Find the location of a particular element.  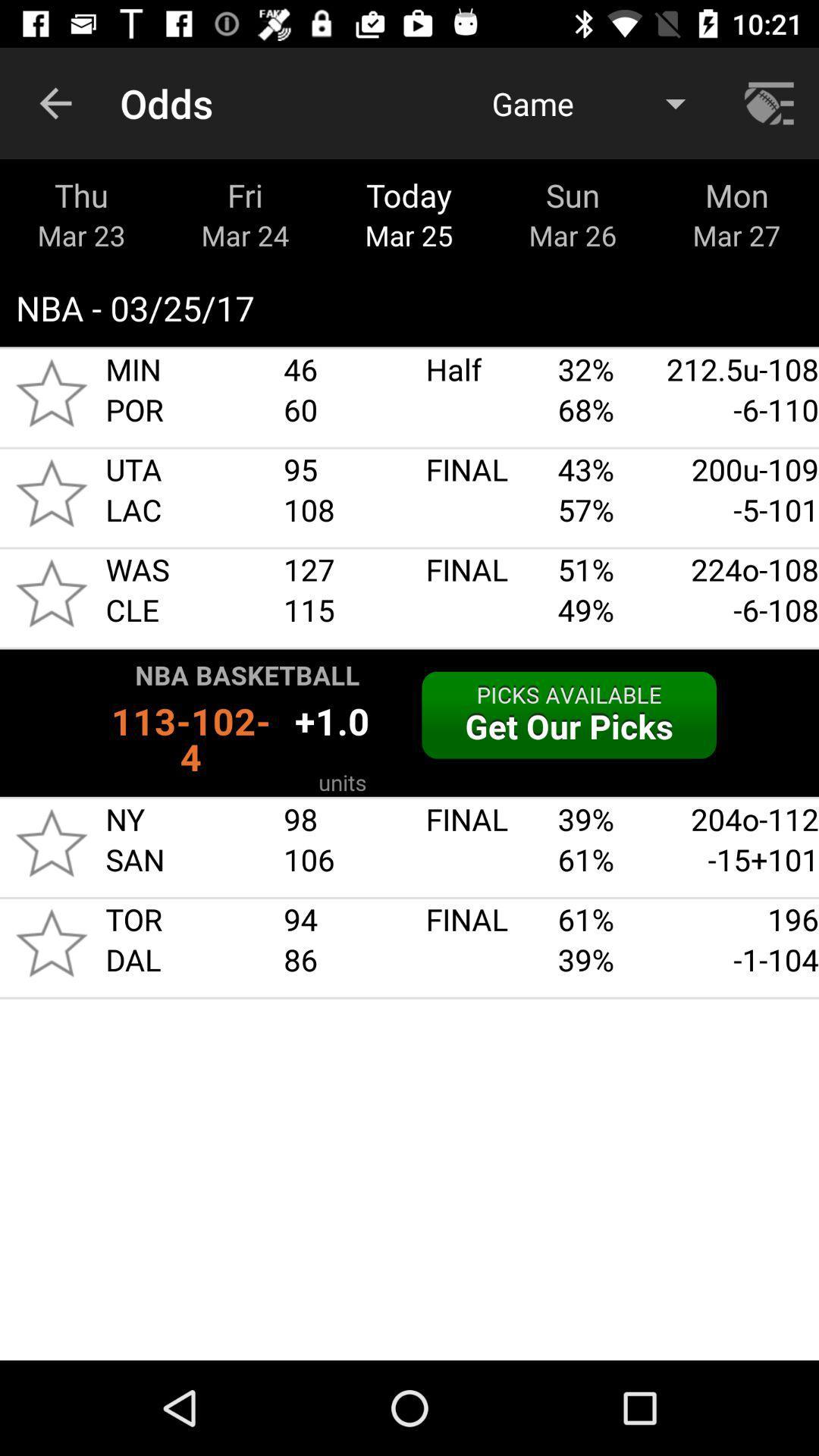

to favorites is located at coordinates (51, 592).